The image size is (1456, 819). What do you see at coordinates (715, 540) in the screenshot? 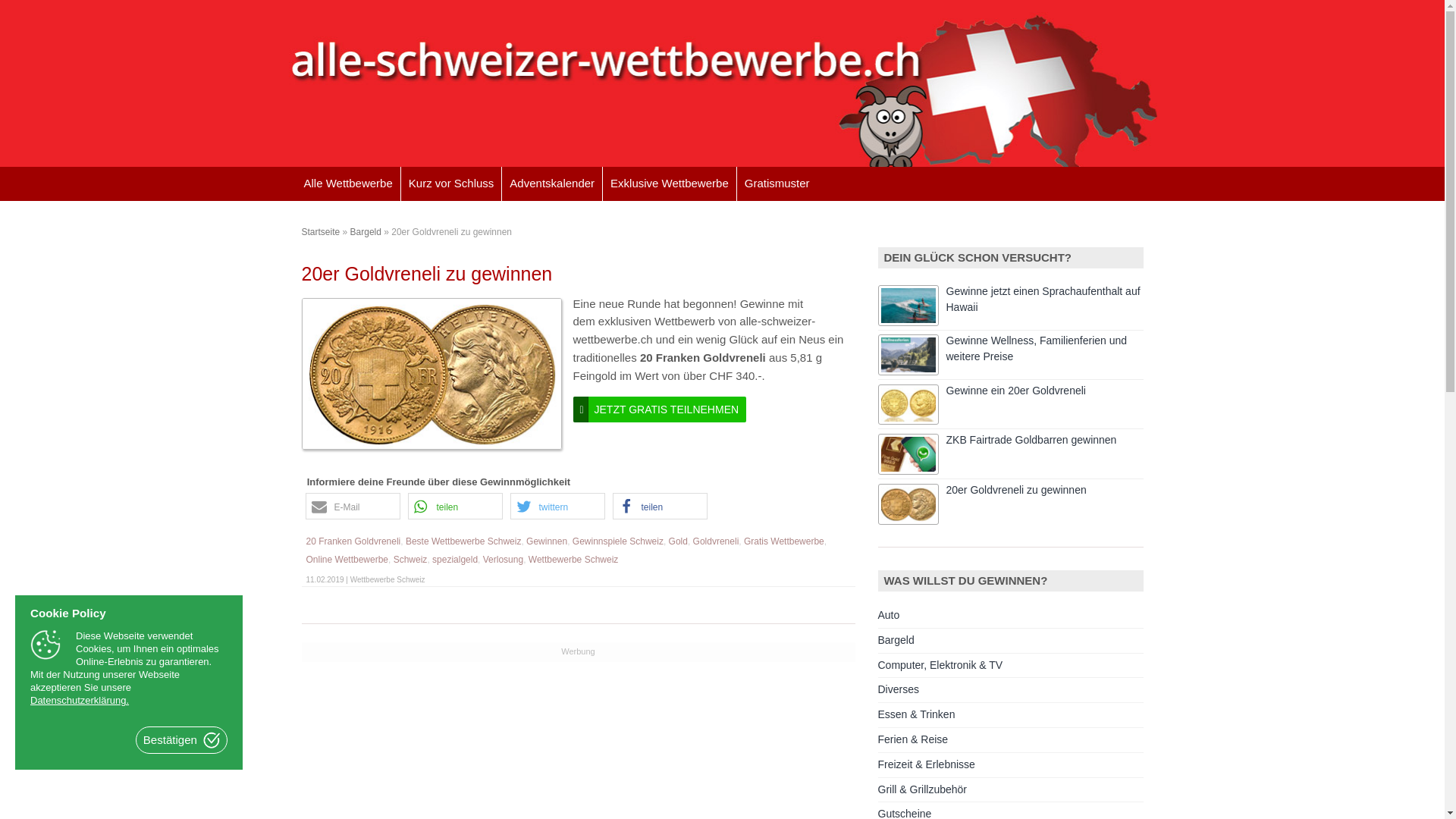
I see `'Goldvreneli'` at bounding box center [715, 540].